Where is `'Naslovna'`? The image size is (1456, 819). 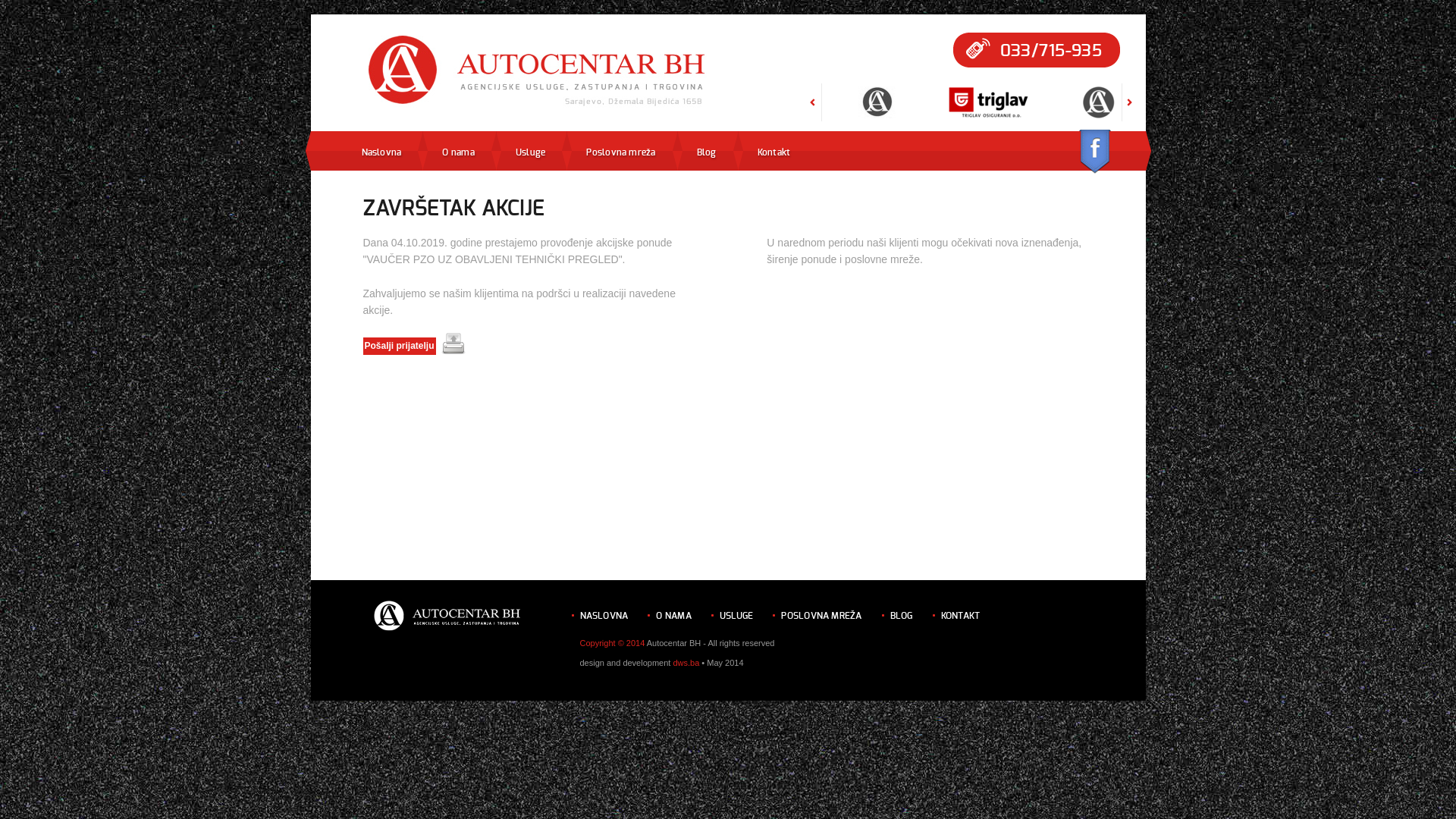 'Naslovna' is located at coordinates (359, 152).